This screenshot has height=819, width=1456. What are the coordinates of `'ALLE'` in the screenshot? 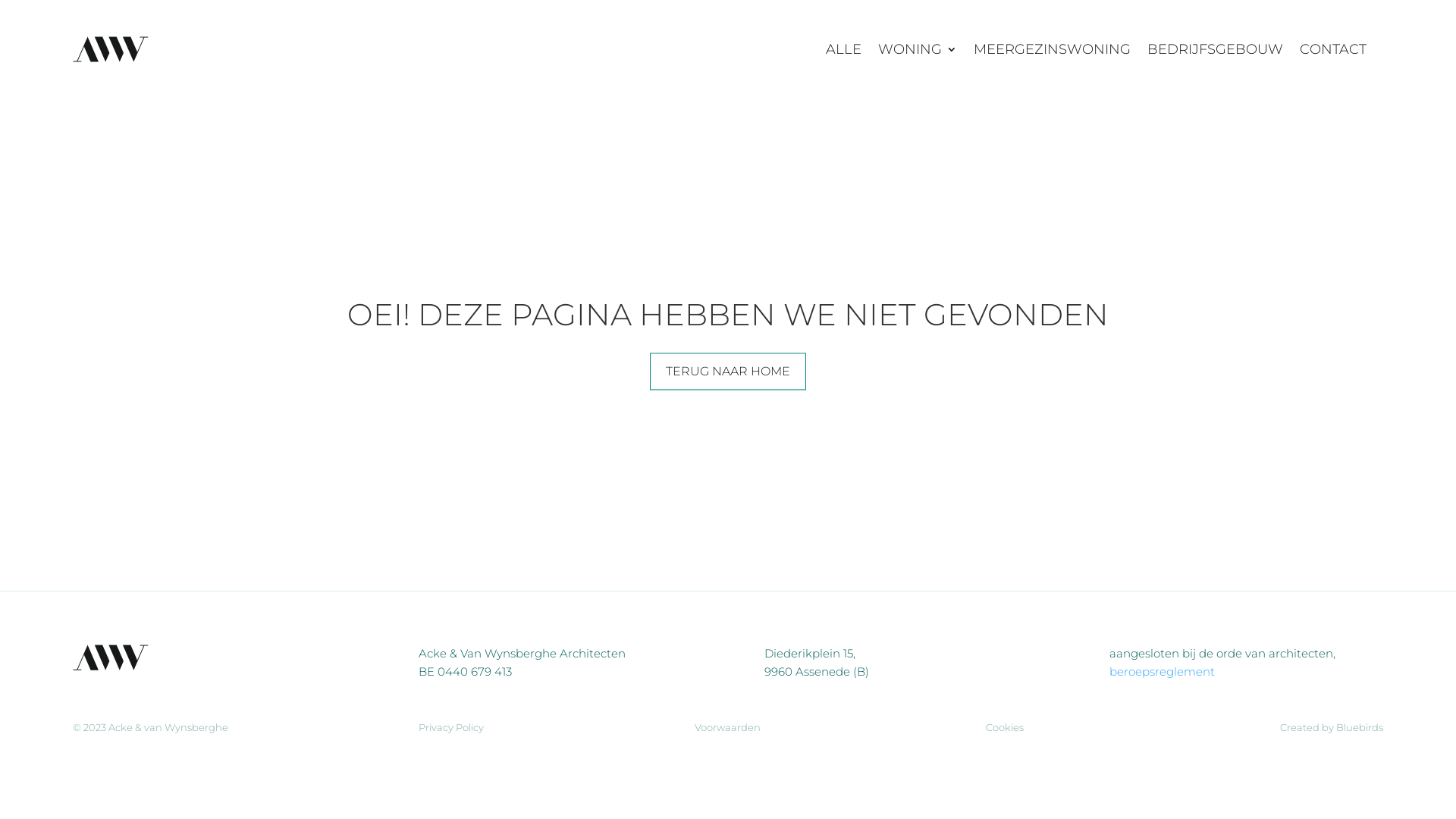 It's located at (843, 49).